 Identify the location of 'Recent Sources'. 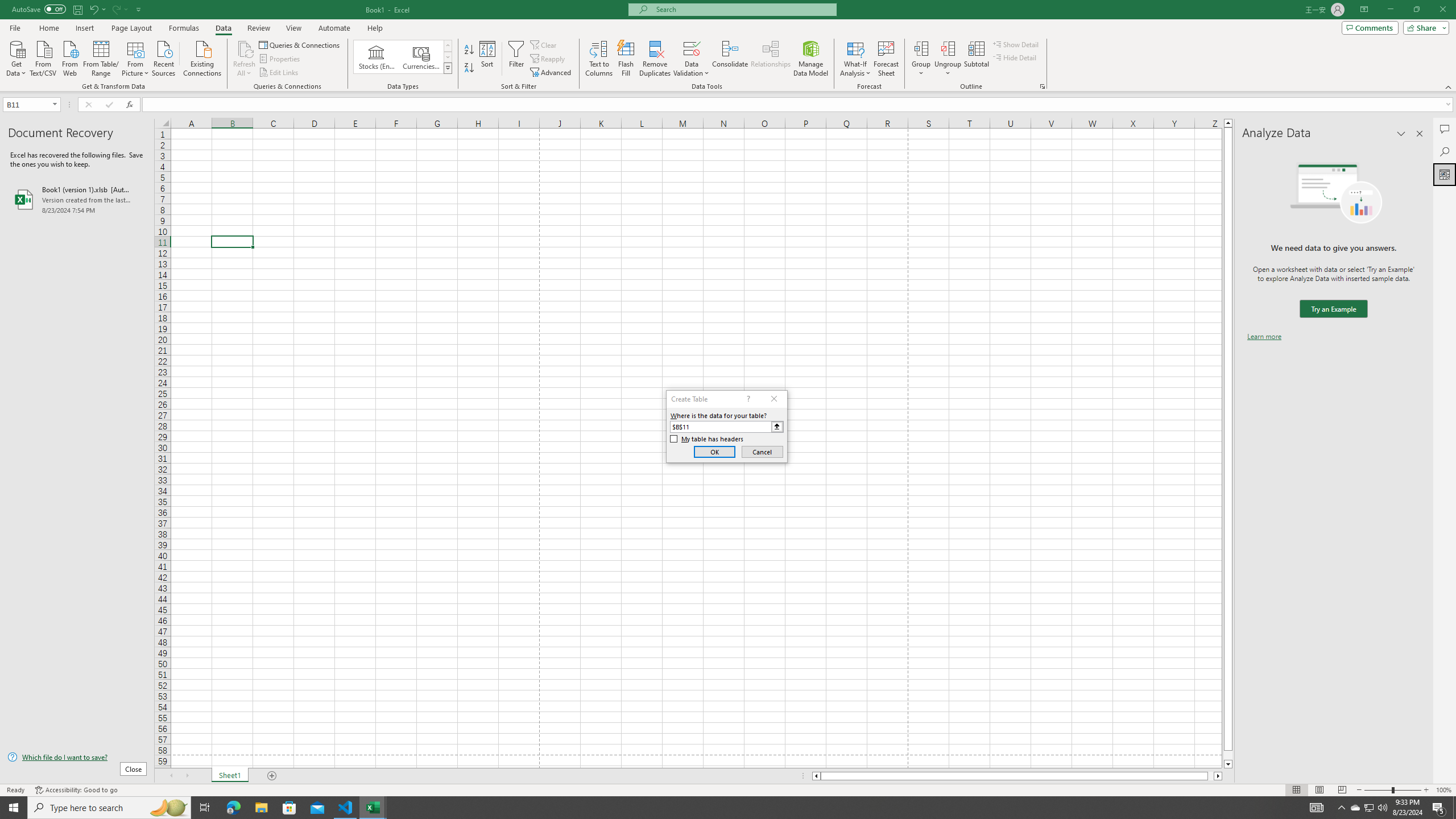
(164, 57).